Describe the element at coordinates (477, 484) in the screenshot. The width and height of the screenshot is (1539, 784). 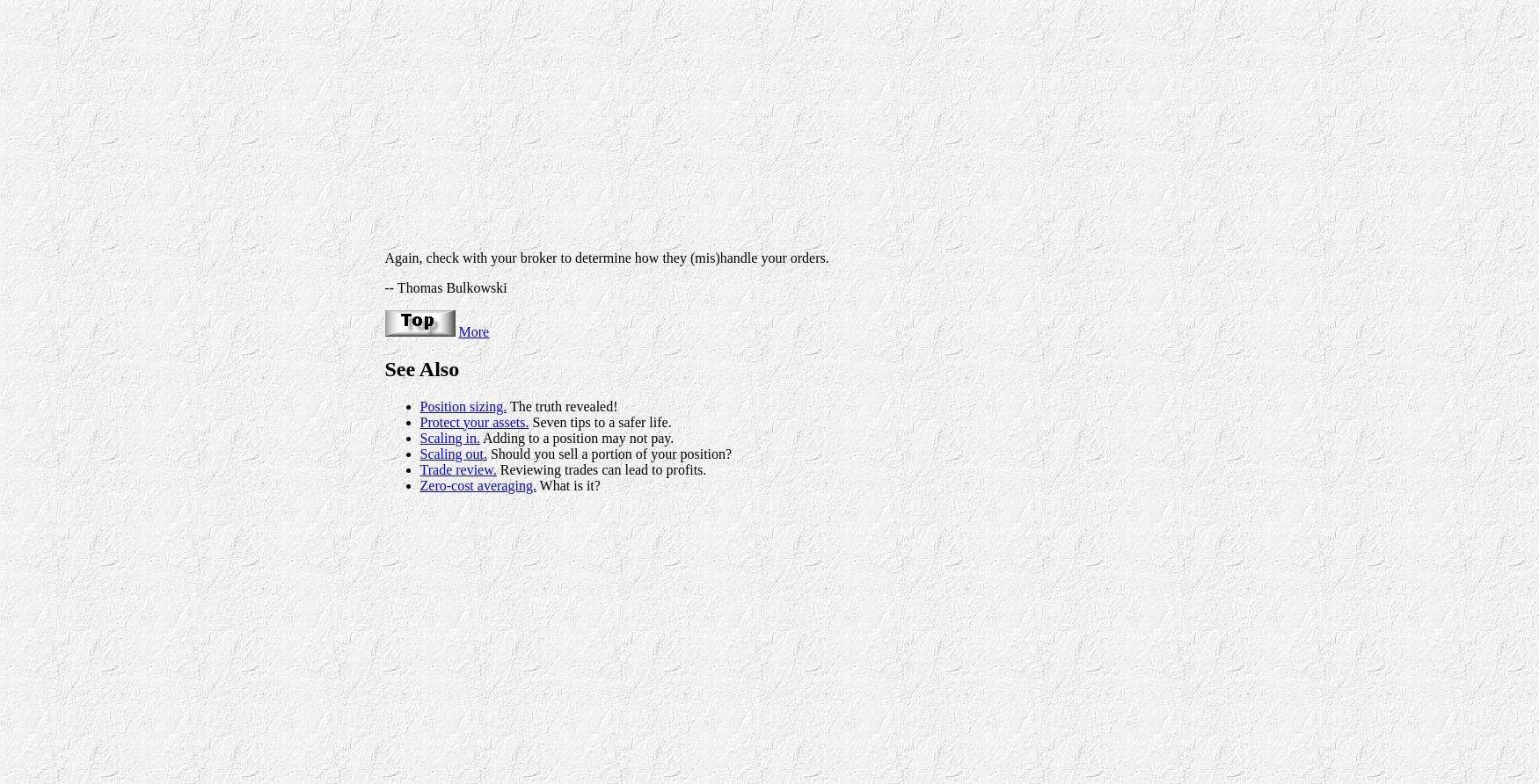
I see `'Zero-cost averaging.'` at that location.